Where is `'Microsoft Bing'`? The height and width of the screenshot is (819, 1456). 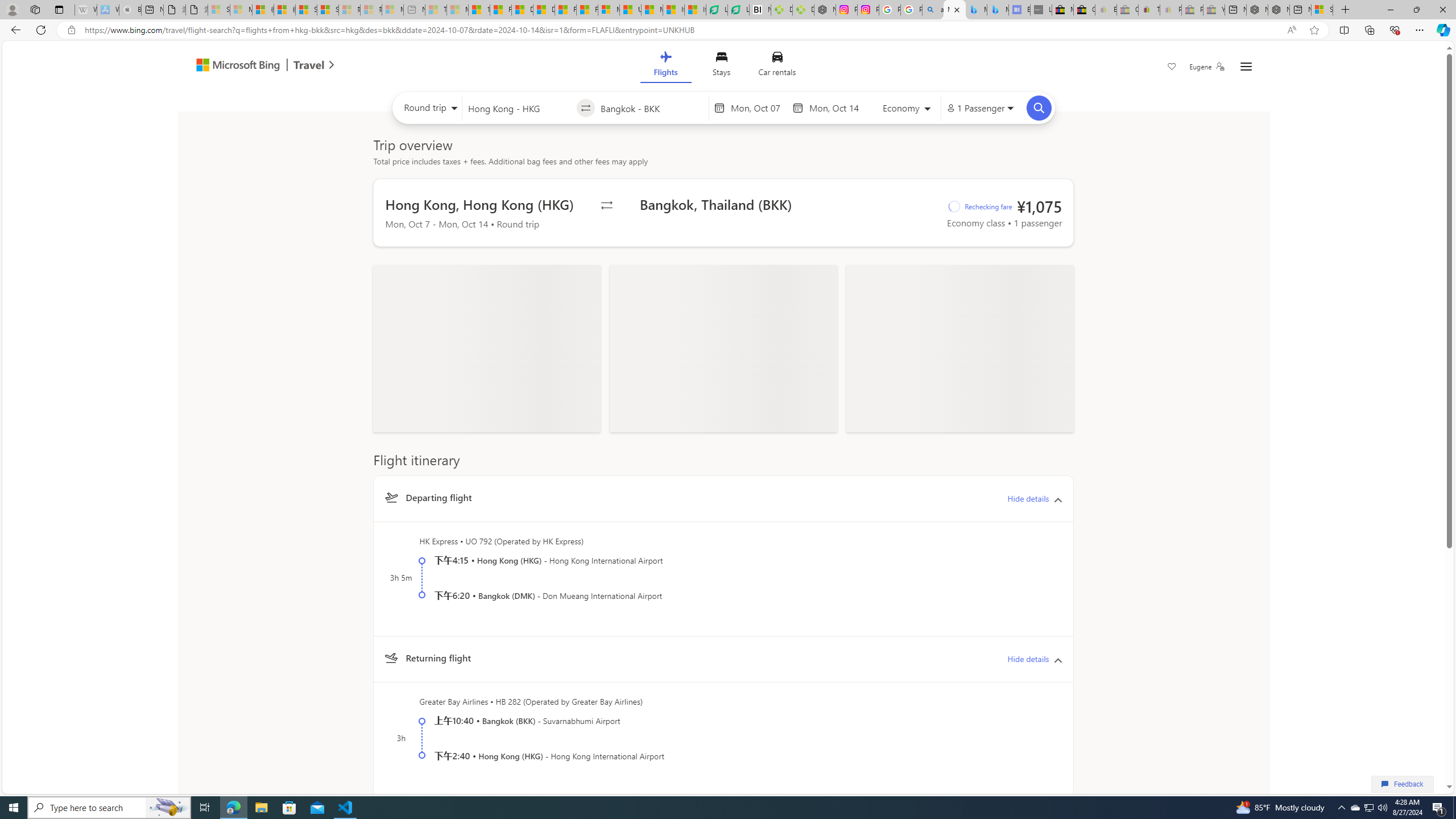
'Microsoft Bing' is located at coordinates (232, 65).